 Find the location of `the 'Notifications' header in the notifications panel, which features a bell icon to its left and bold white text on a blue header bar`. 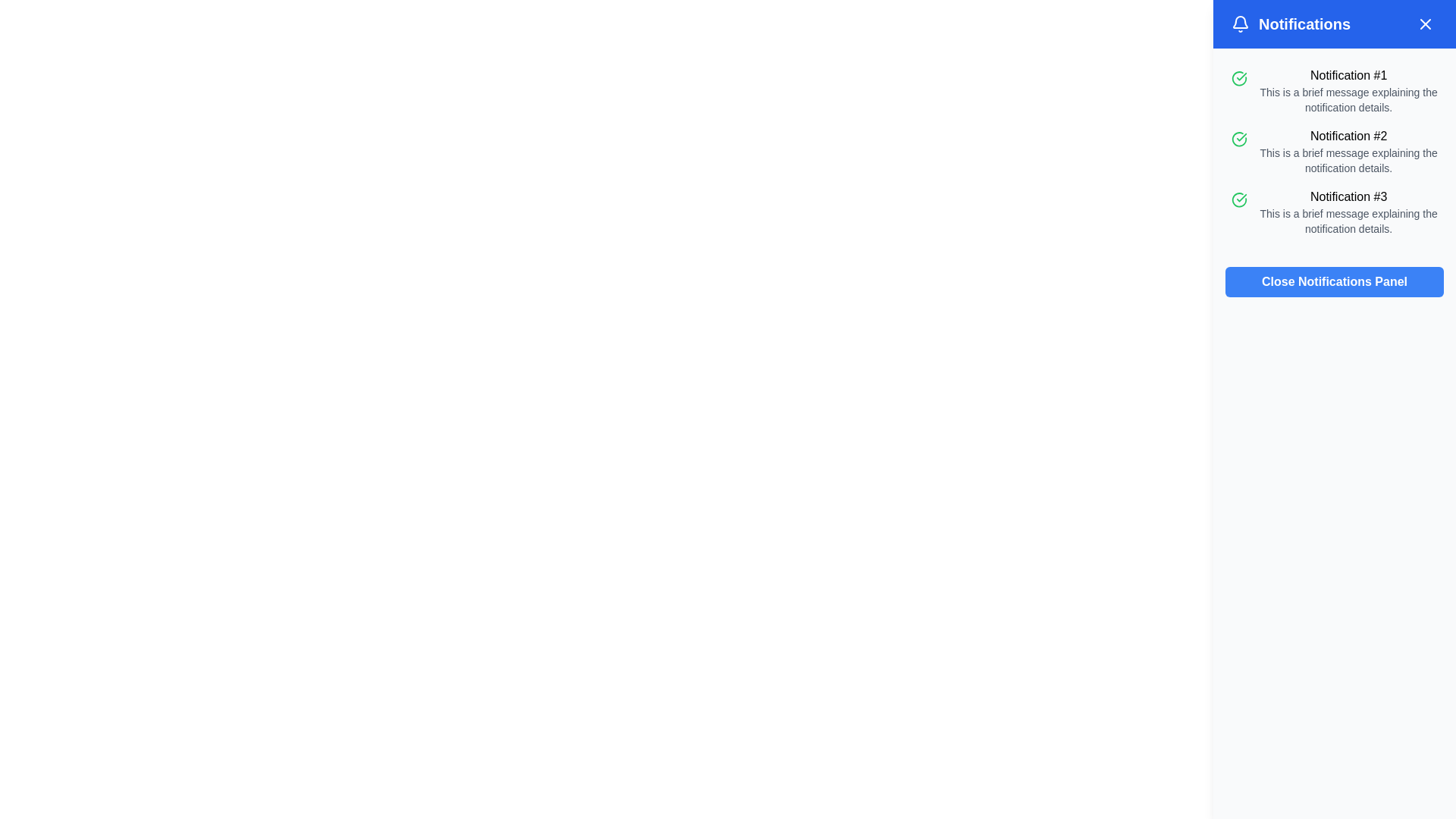

the 'Notifications' header in the notifications panel, which features a bell icon to its left and bold white text on a blue header bar is located at coordinates (1290, 24).